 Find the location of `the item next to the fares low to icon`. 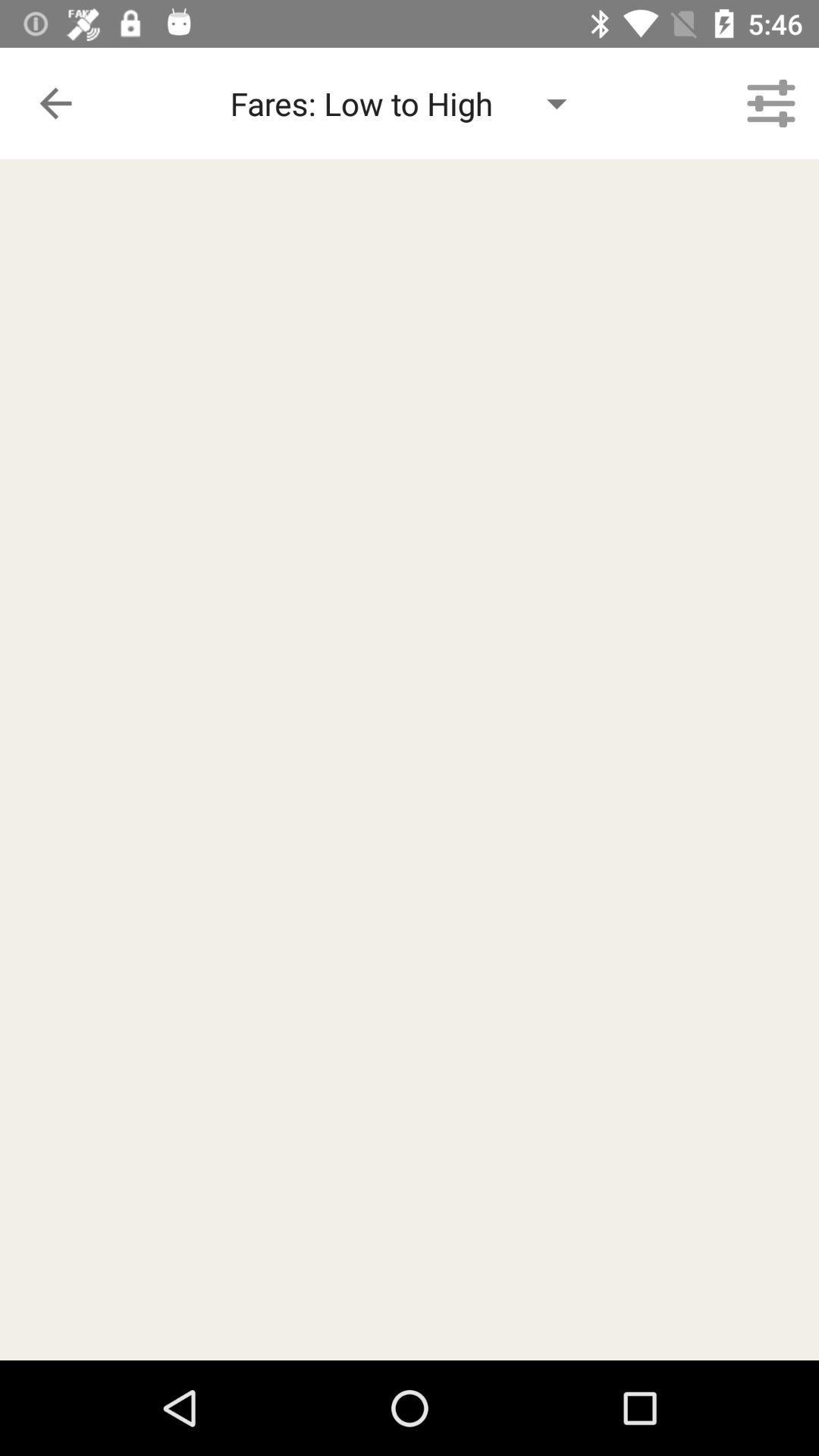

the item next to the fares low to icon is located at coordinates (55, 102).